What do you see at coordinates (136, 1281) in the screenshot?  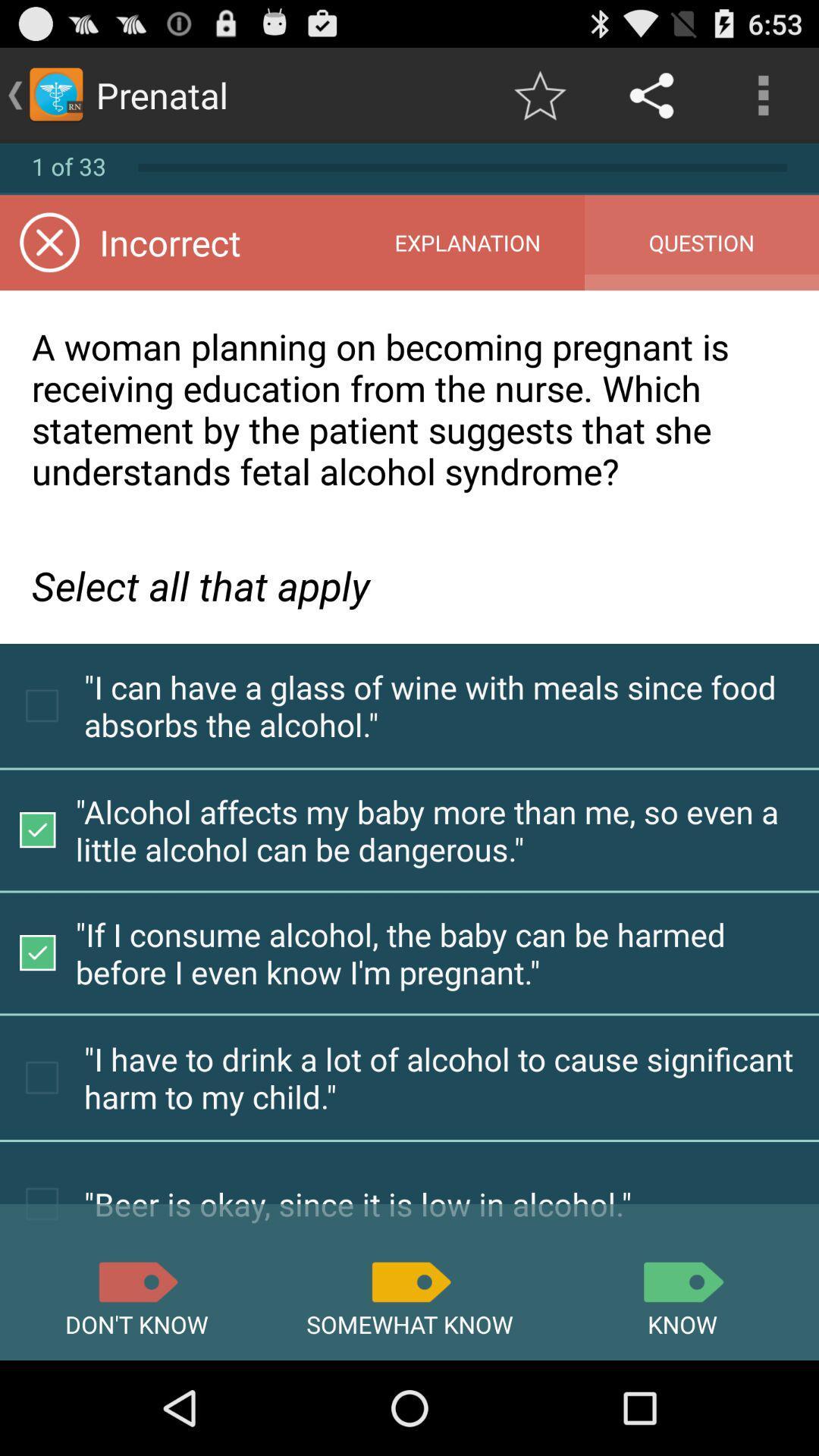 I see `dont know answer` at bounding box center [136, 1281].